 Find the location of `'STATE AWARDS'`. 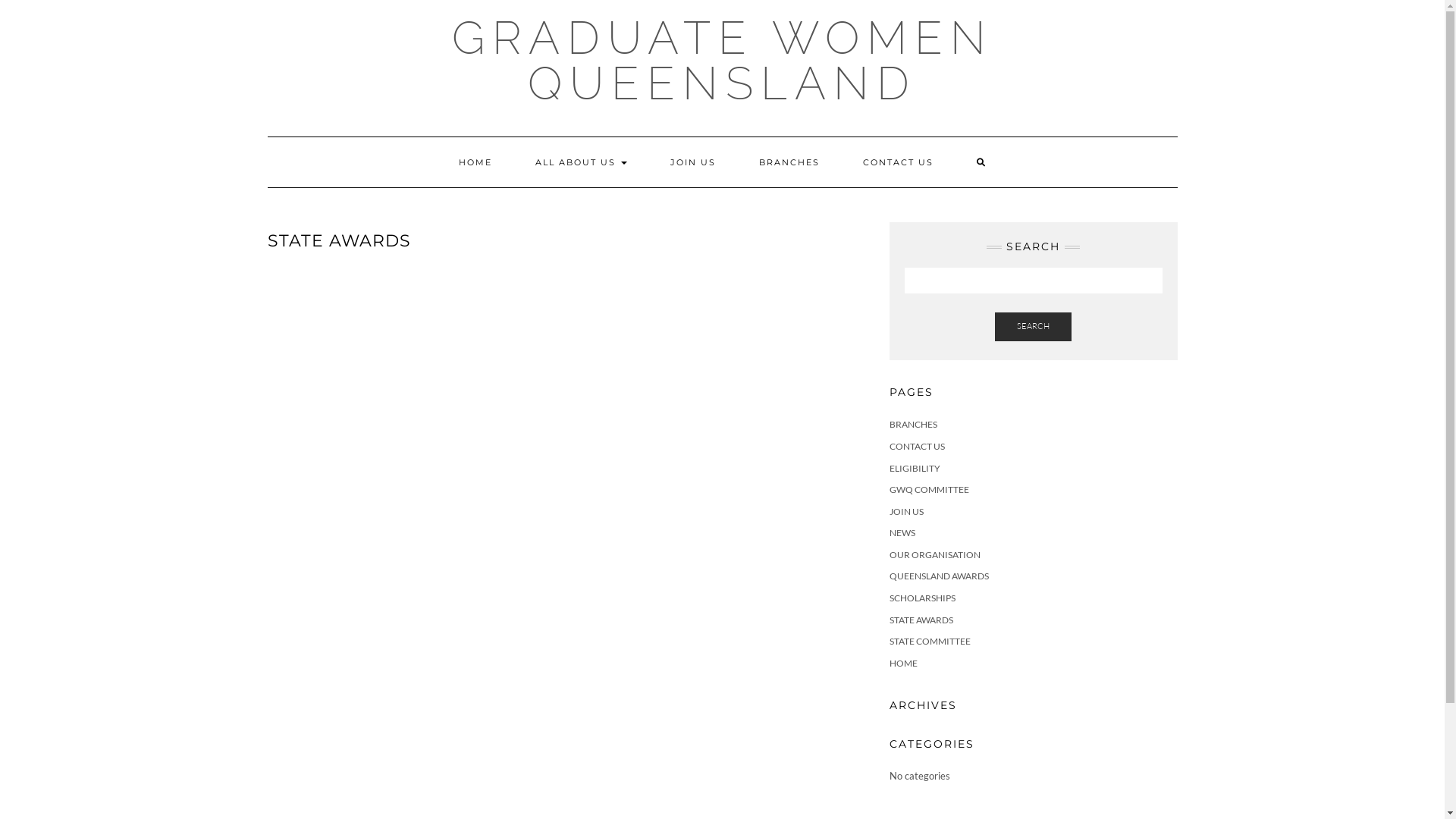

'STATE AWARDS' is located at coordinates (920, 620).